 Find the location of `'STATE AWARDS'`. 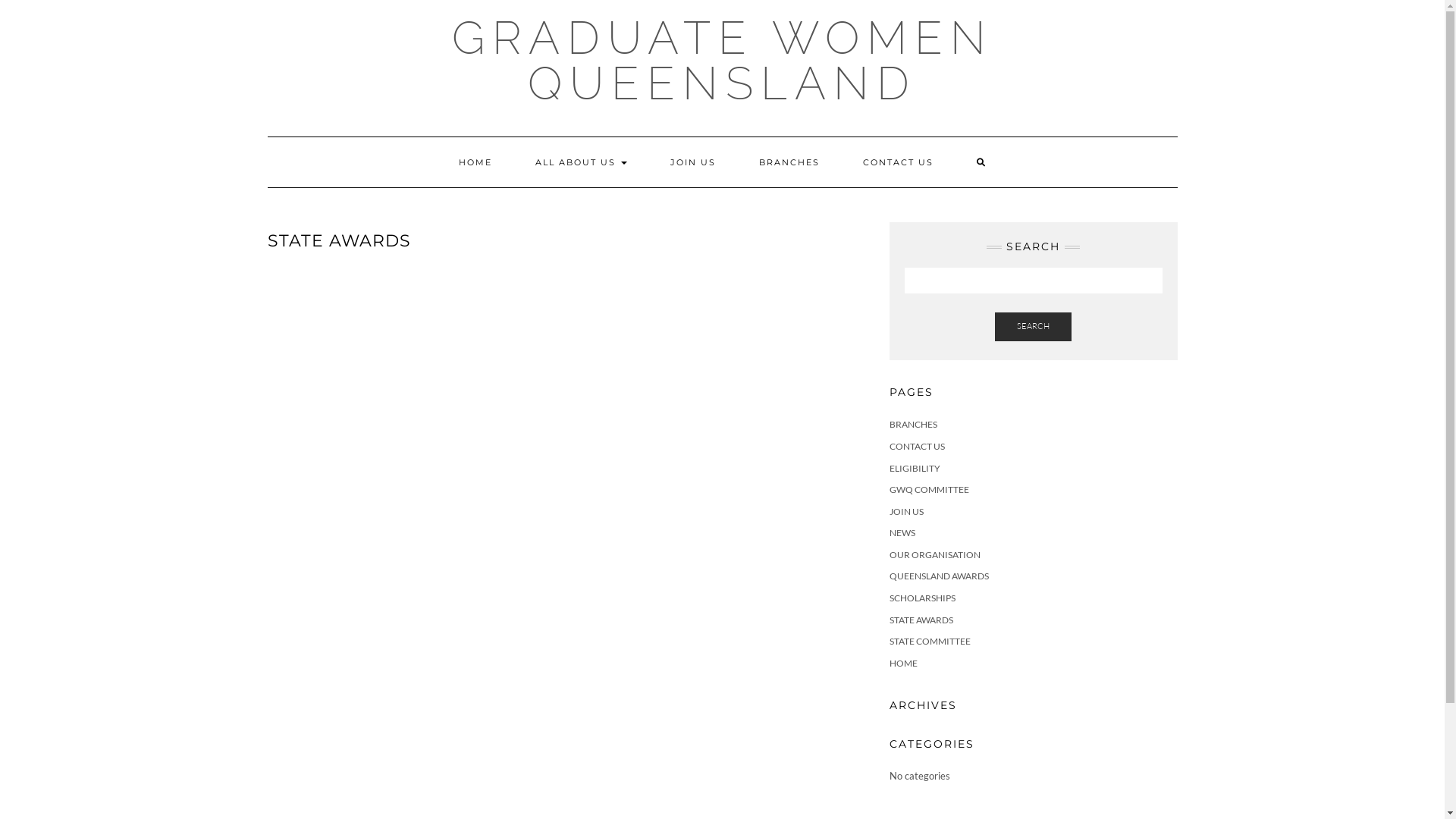

'STATE AWARDS' is located at coordinates (920, 620).